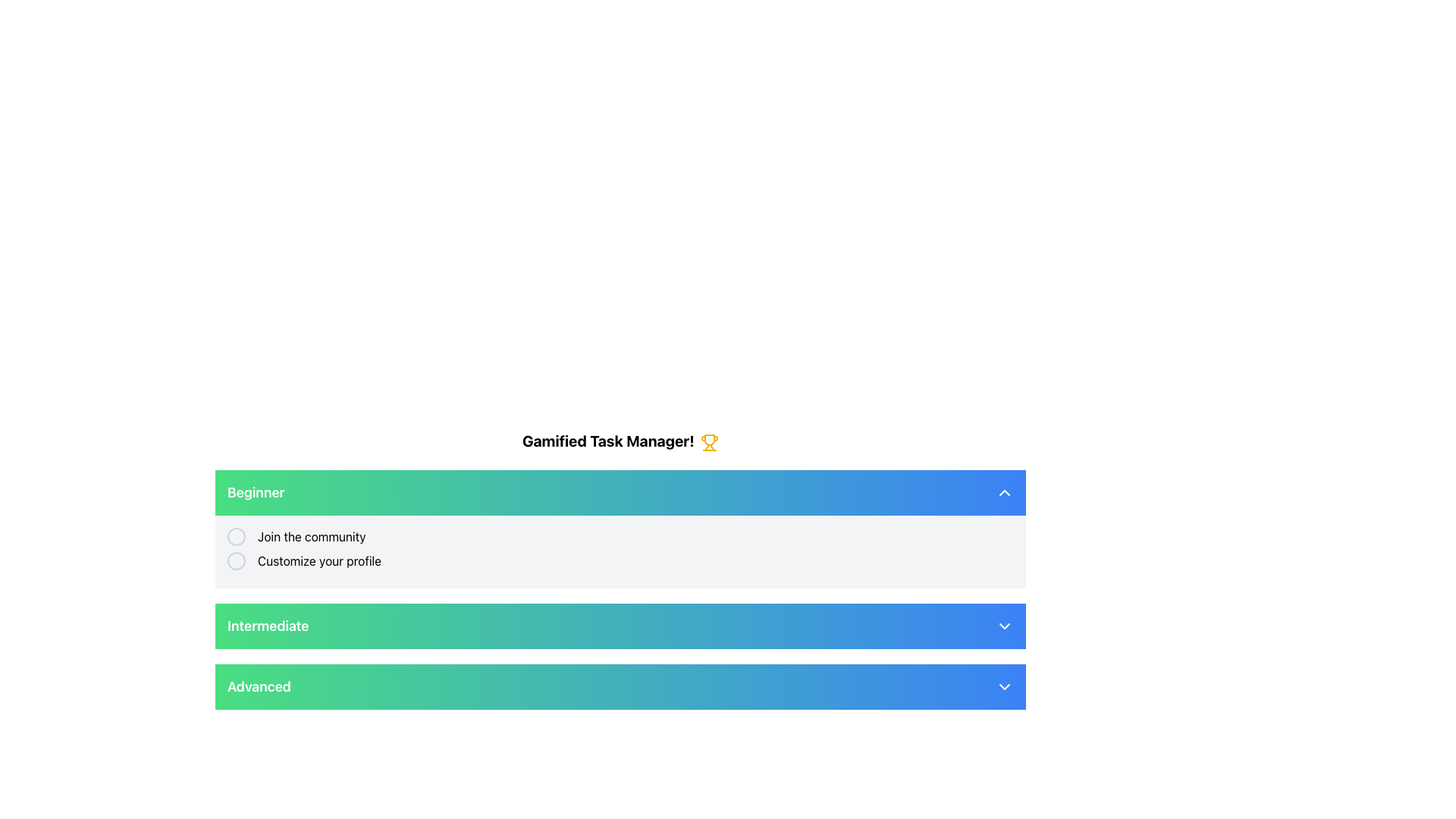 The image size is (1456, 819). Describe the element at coordinates (259, 687) in the screenshot. I see `the 'Advanced' text label, which is styled with bold white text on a gradient background, located in the third section of a vertically stacked list` at that location.